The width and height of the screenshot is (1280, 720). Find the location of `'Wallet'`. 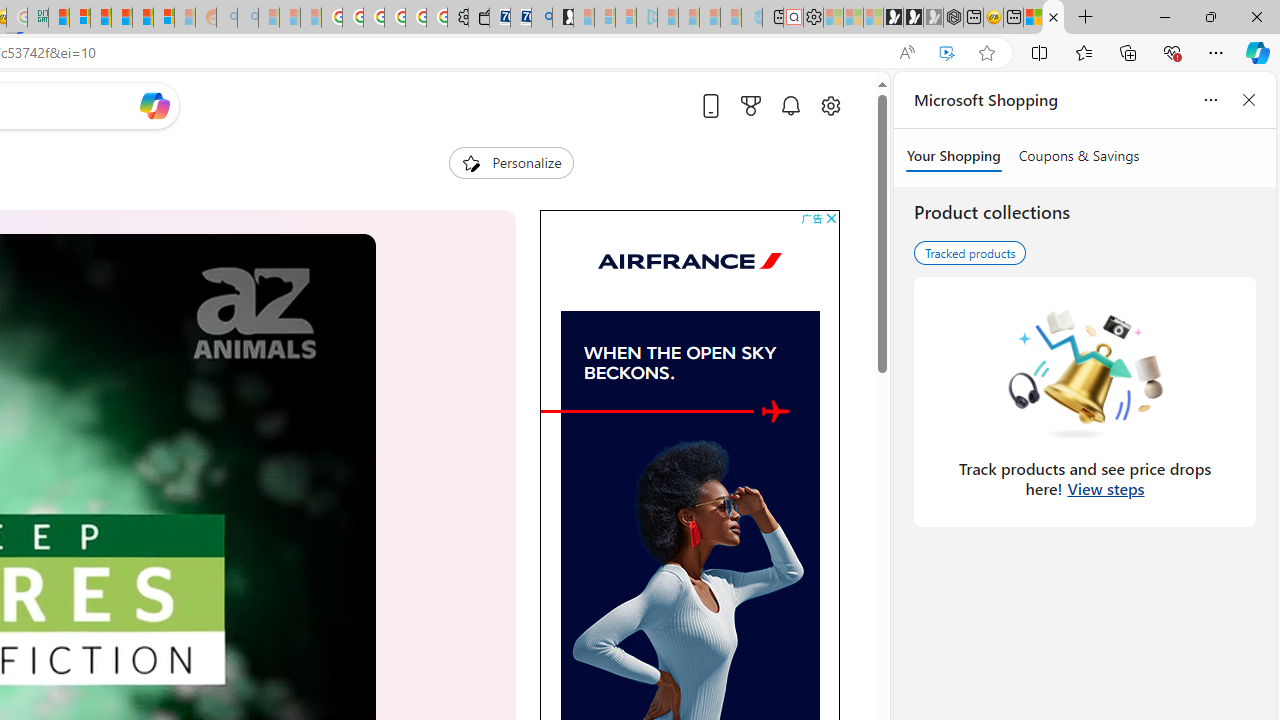

'Wallet' is located at coordinates (477, 17).